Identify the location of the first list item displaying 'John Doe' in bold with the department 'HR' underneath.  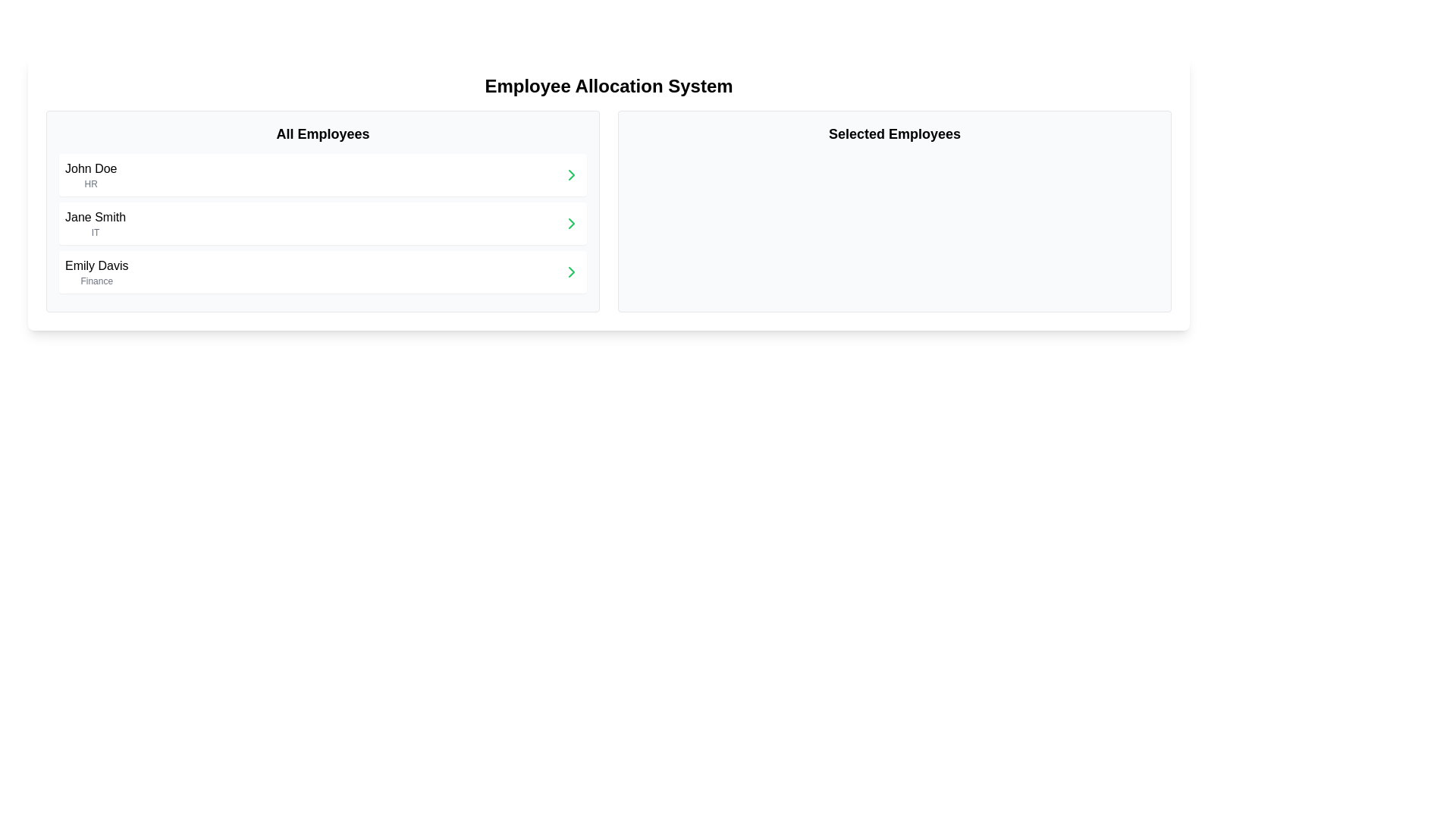
(322, 174).